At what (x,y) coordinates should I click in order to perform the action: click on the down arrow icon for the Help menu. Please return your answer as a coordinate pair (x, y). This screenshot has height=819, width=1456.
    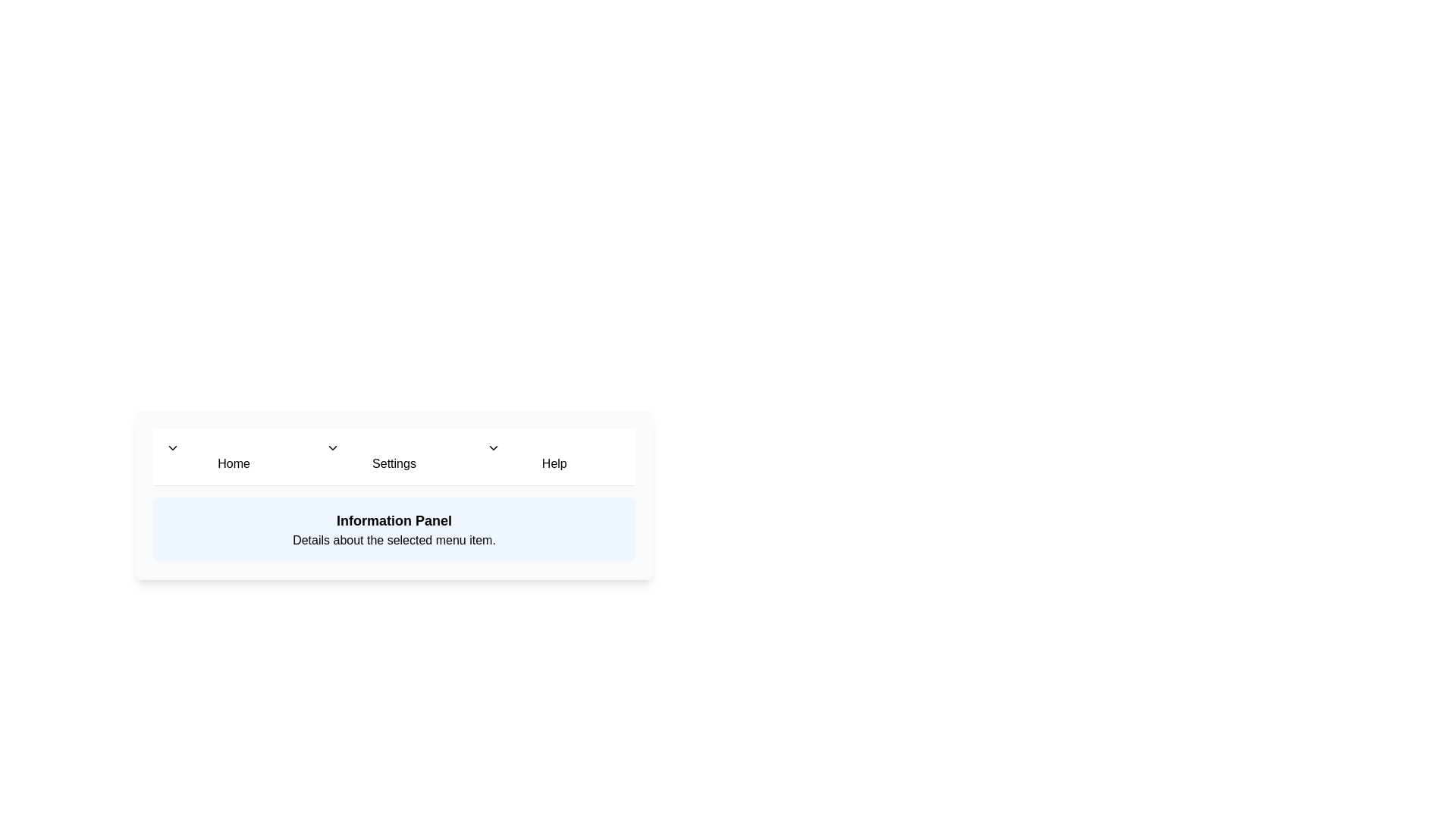
    Looking at the image, I should click on (493, 447).